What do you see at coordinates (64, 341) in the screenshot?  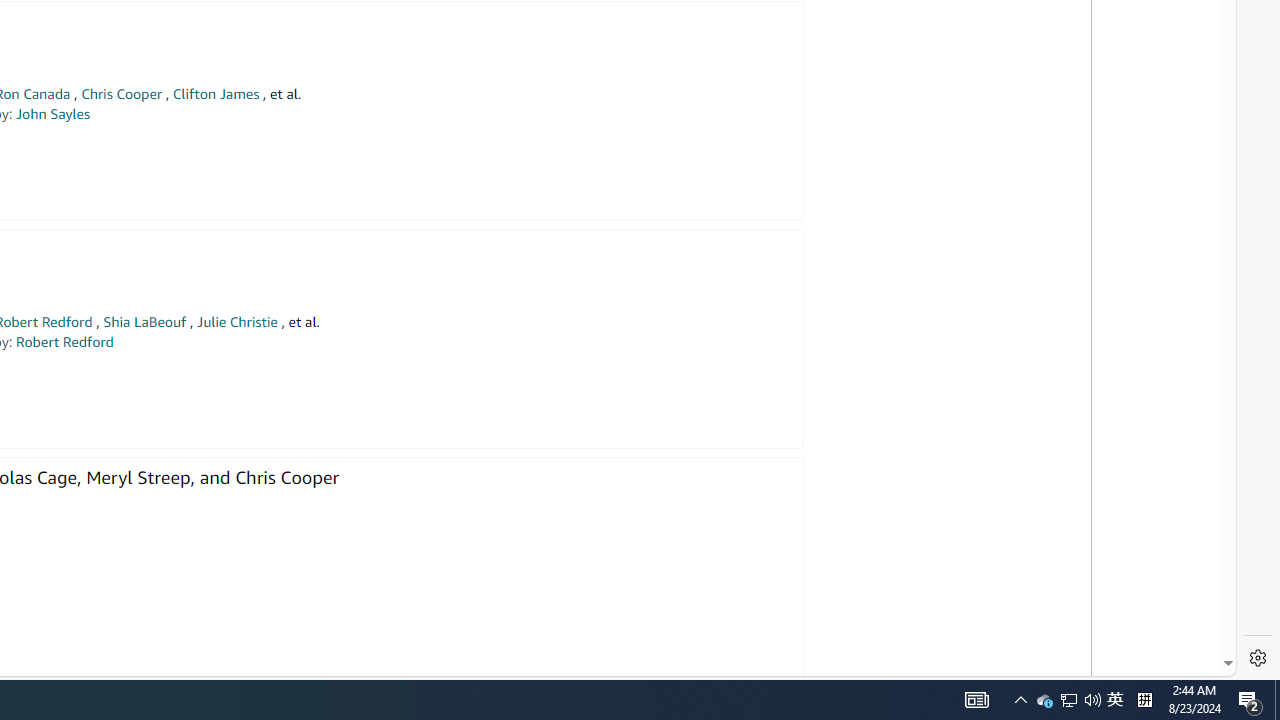 I see `'Robert Redford'` at bounding box center [64, 341].